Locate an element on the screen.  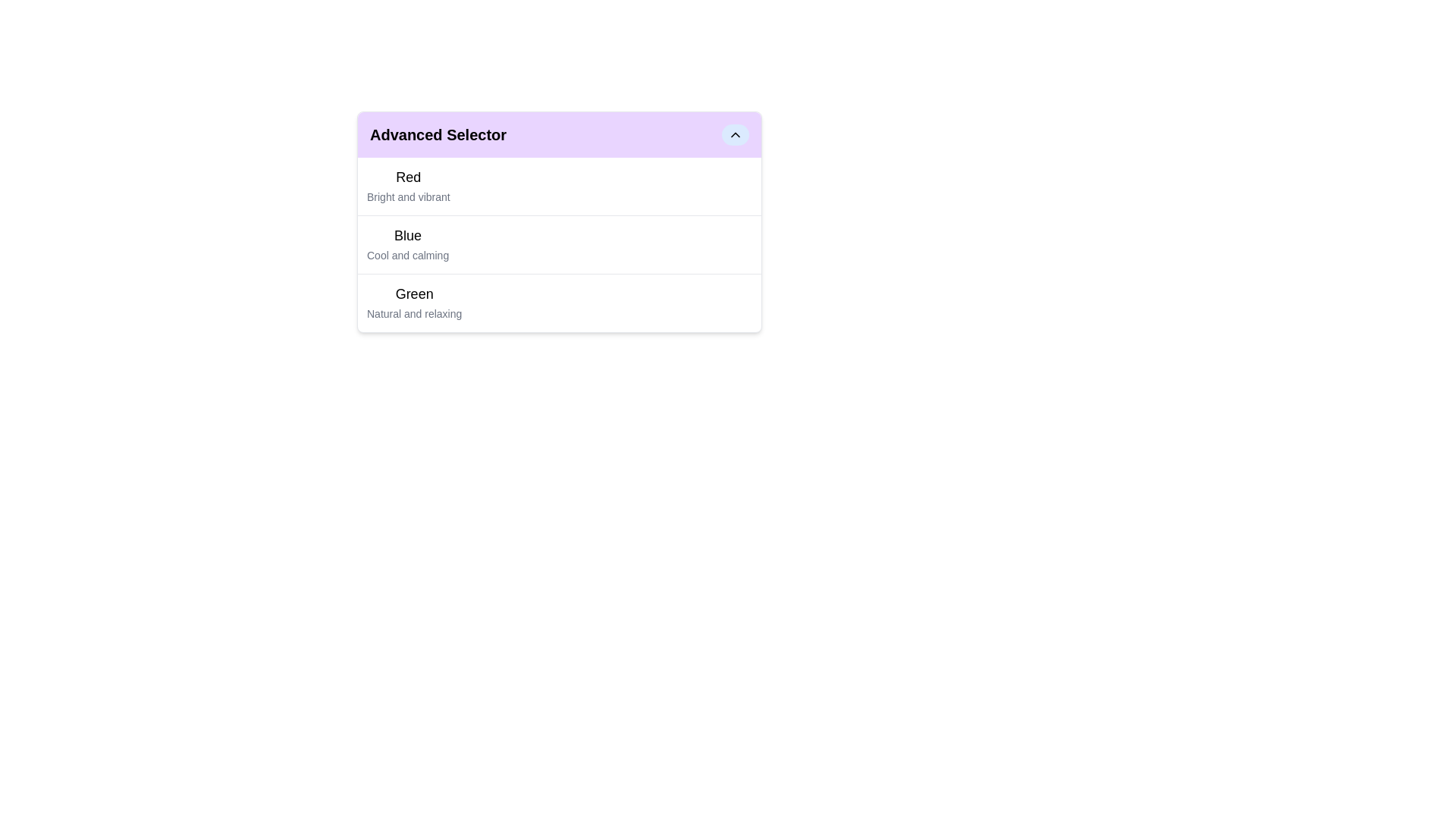
the second option in the list that indicates a preference for the 'Green' theme, which has the description 'Natural and relaxing' is located at coordinates (414, 303).